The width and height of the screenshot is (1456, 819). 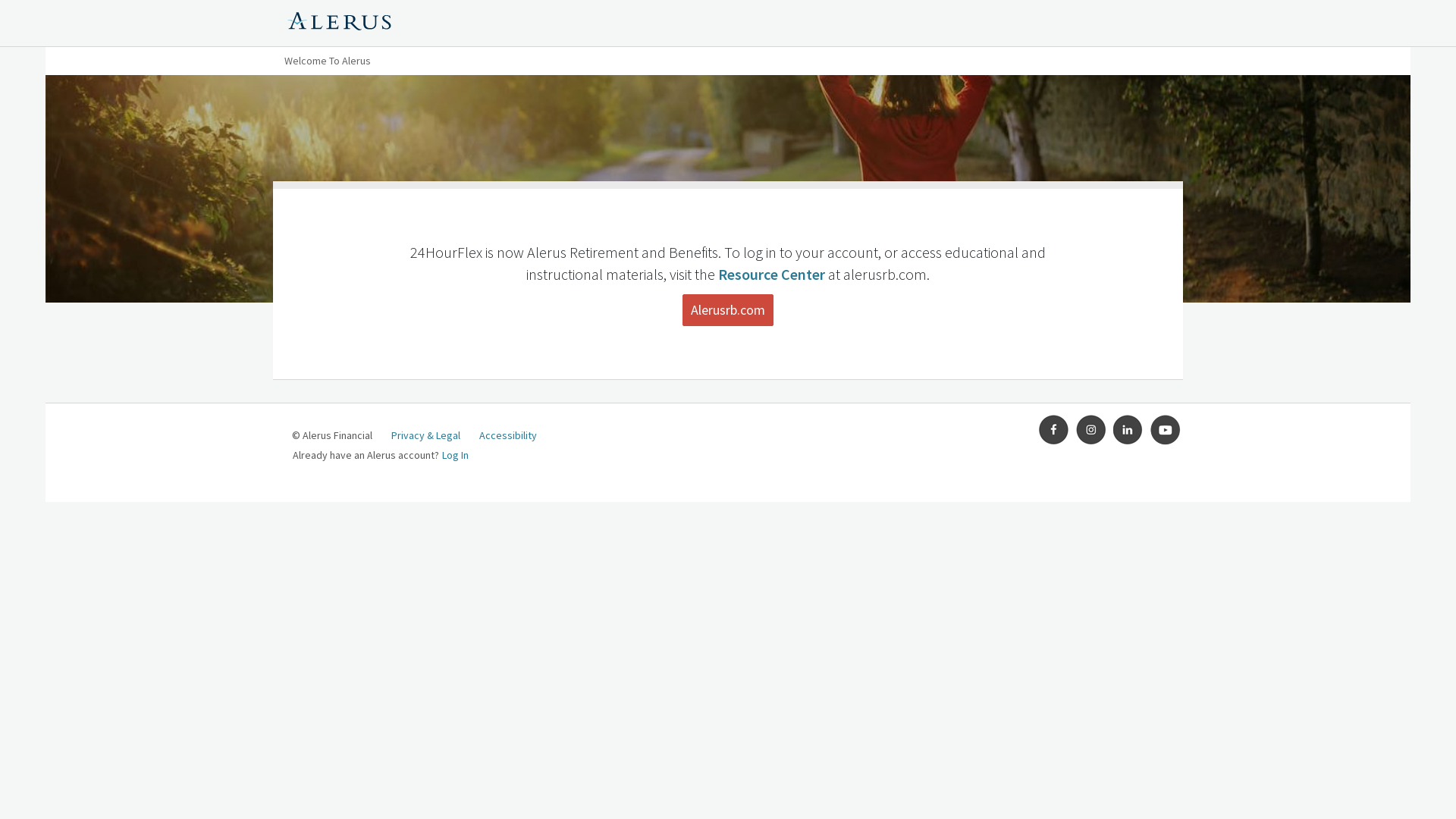 What do you see at coordinates (1113, 430) in the screenshot?
I see `'LinkedIn'` at bounding box center [1113, 430].